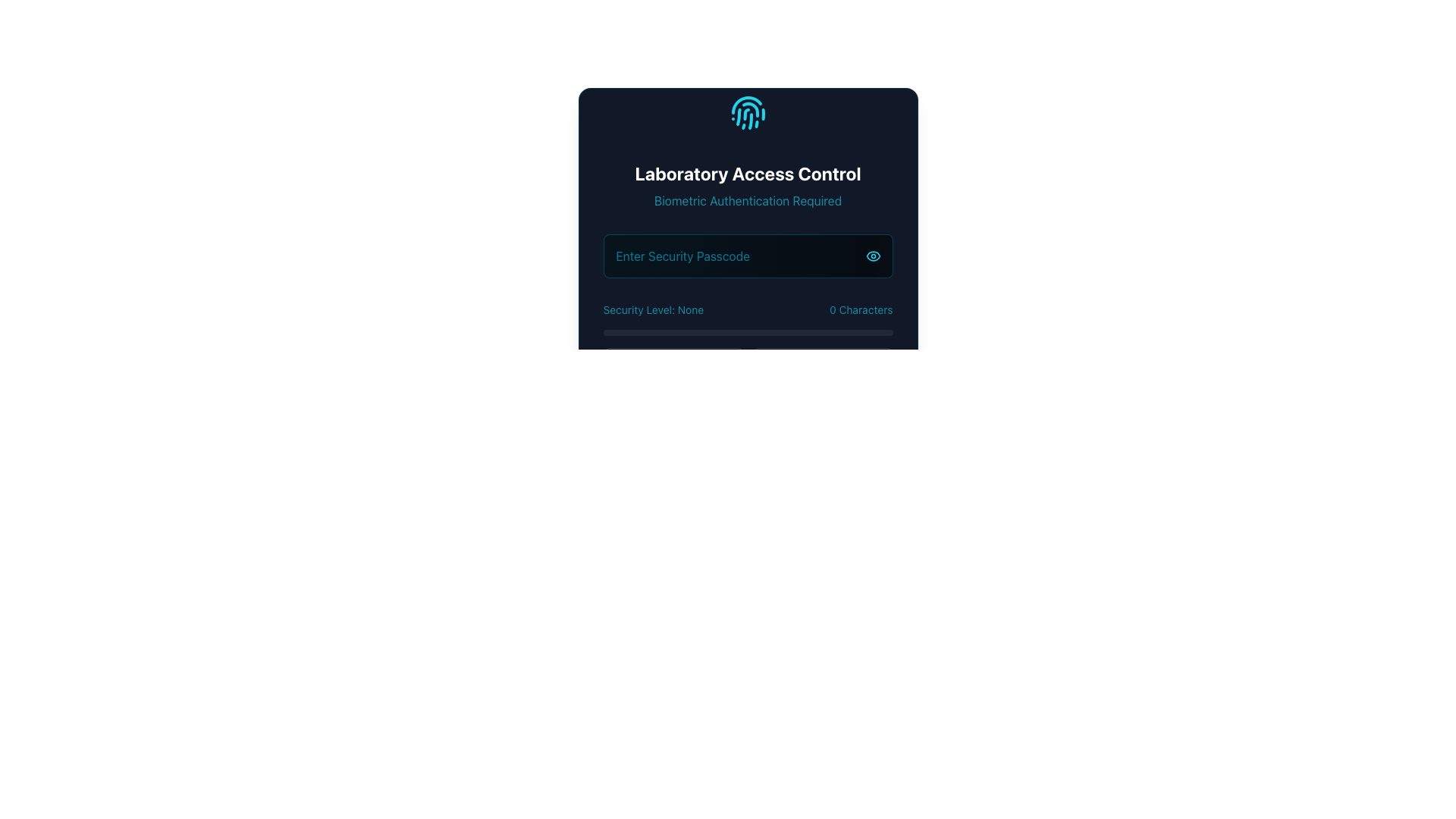 This screenshot has width=1456, height=819. What do you see at coordinates (748, 472) in the screenshot?
I see `the progress bar located at the bottom of the 'Laboratory Access Control' card, beneath the 'Enter Security Passcode' input field` at bounding box center [748, 472].